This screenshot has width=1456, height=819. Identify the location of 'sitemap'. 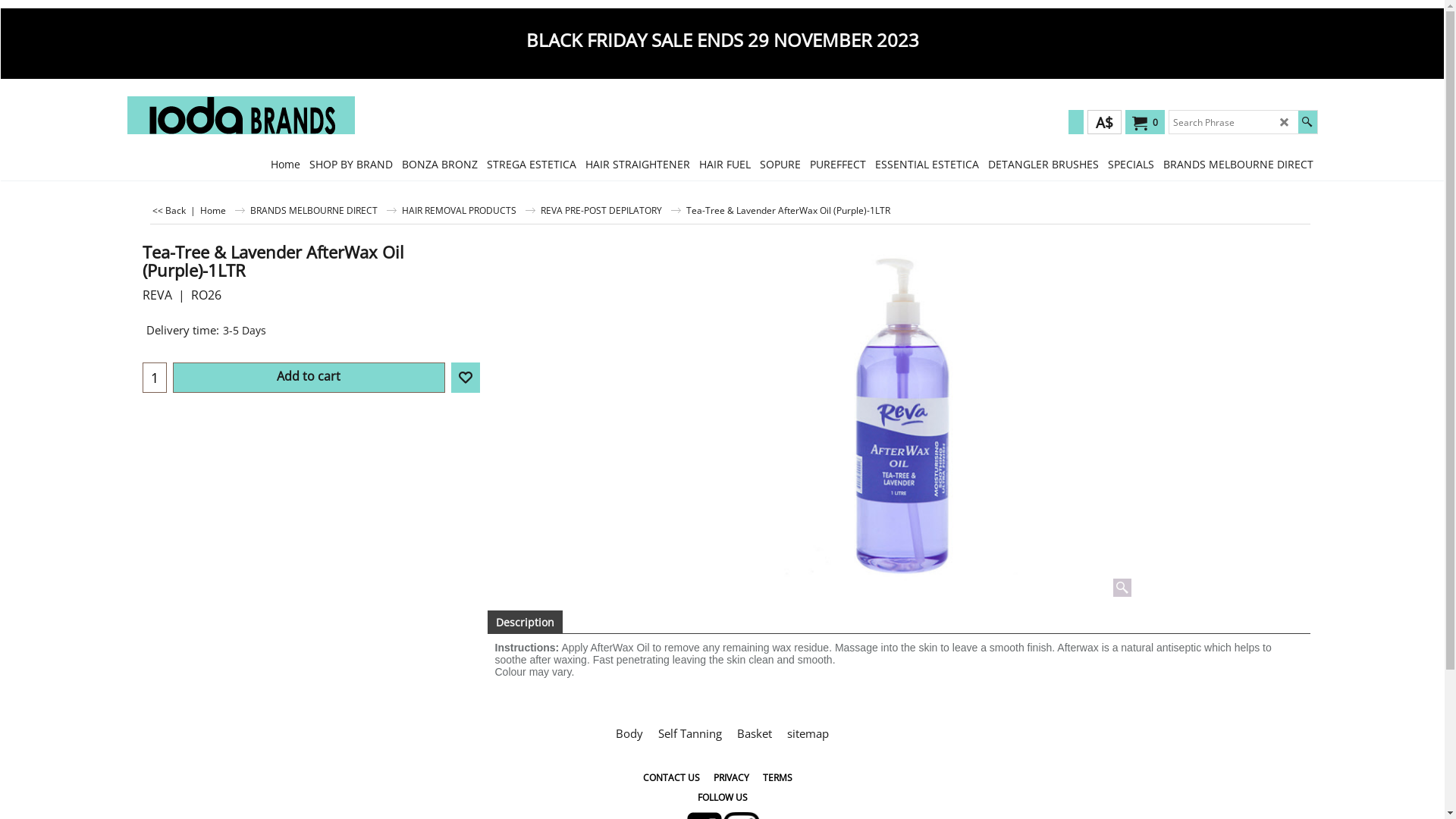
(807, 733).